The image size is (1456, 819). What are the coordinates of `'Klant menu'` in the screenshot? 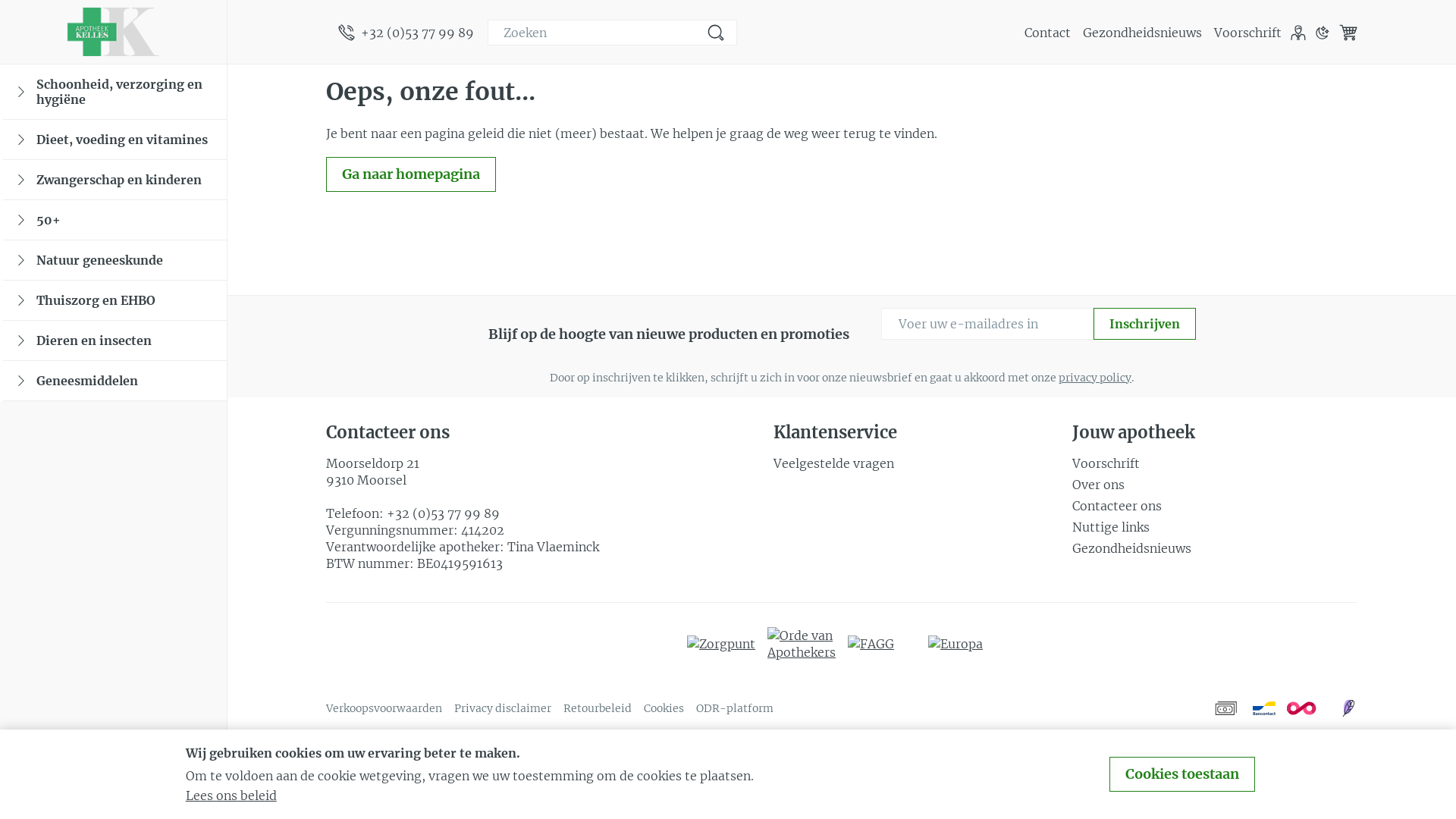 It's located at (1298, 32).